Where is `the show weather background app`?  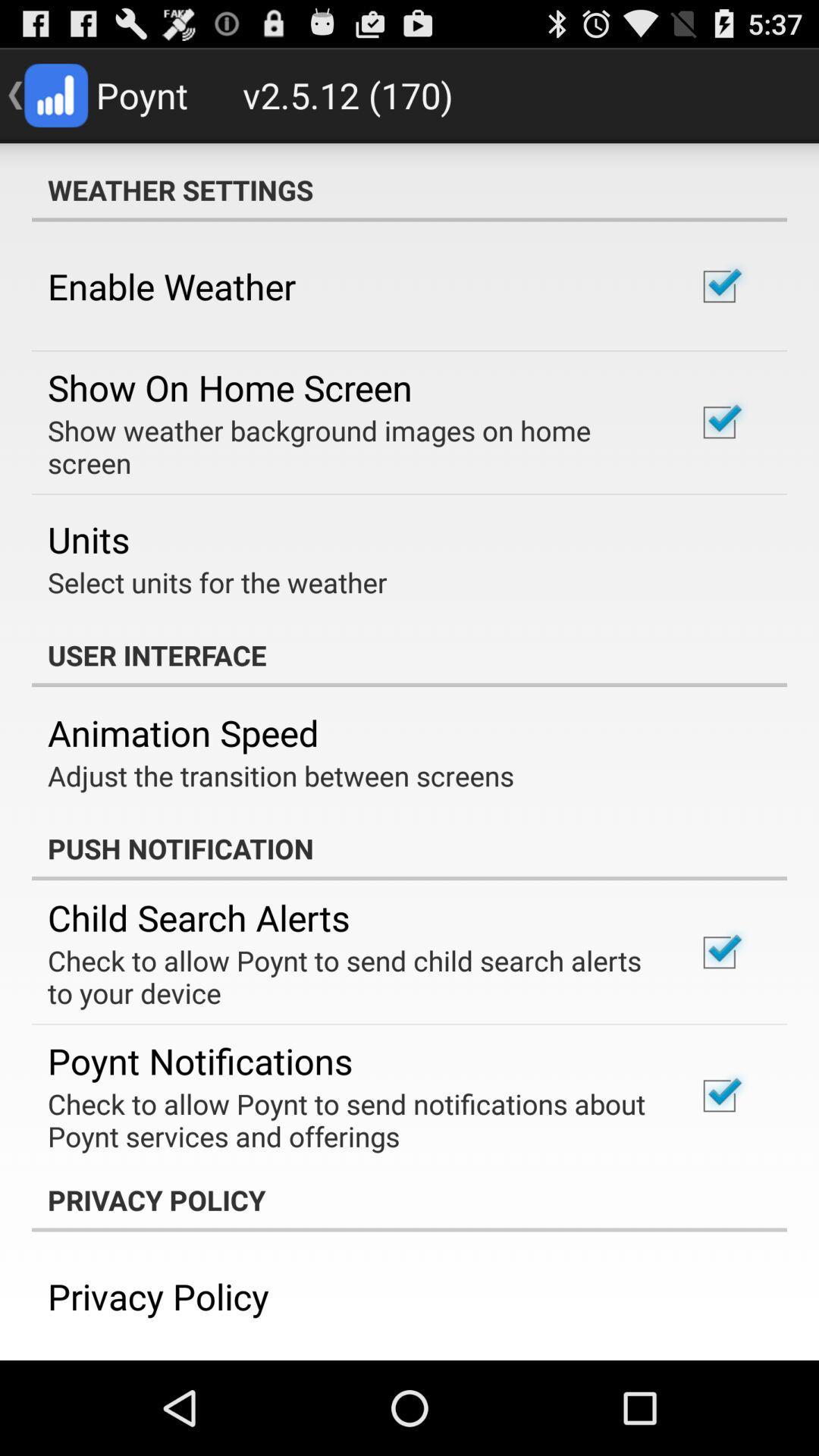
the show weather background app is located at coordinates (351, 446).